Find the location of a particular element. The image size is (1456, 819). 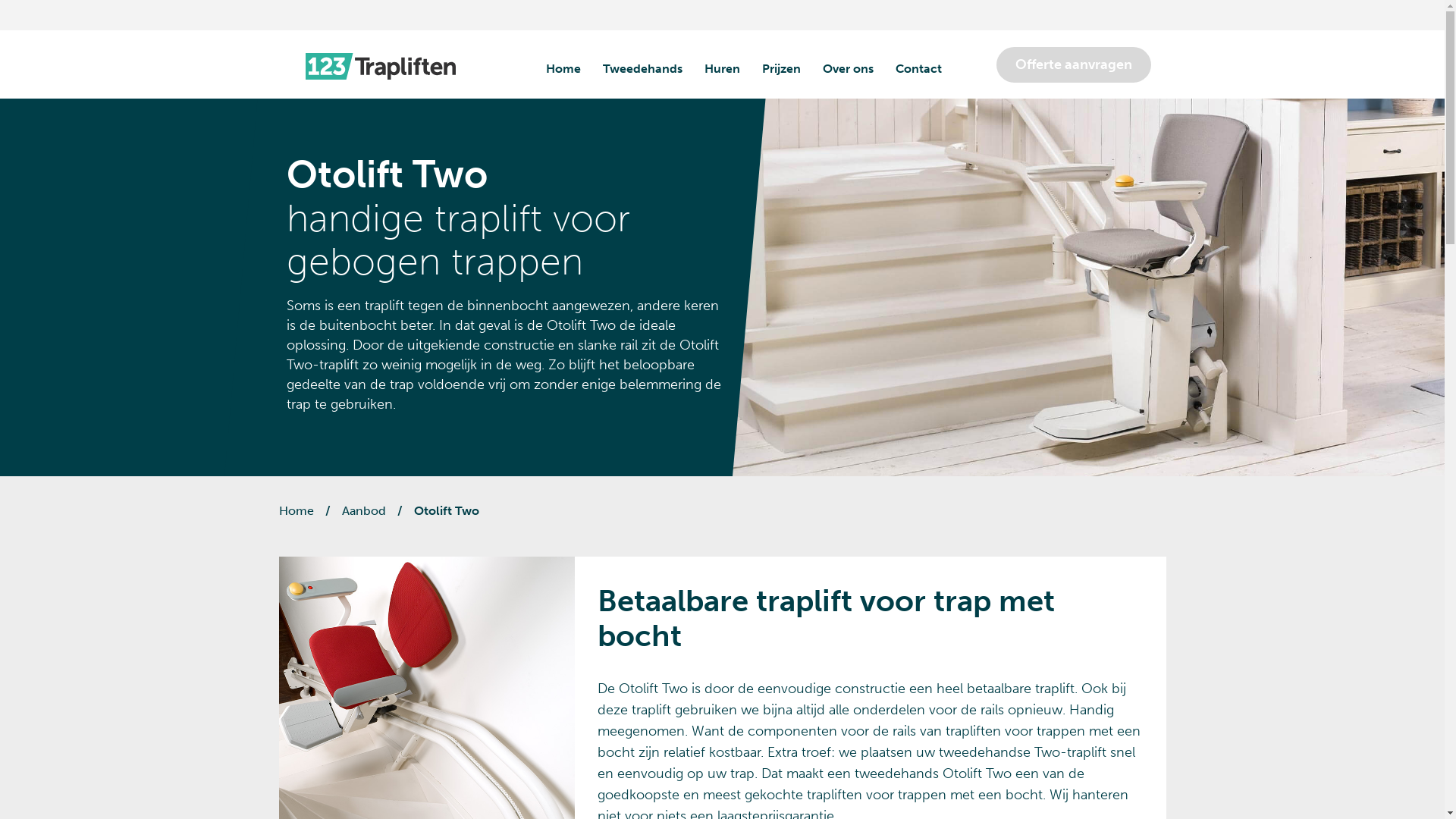

'Over ons' is located at coordinates (821, 69).